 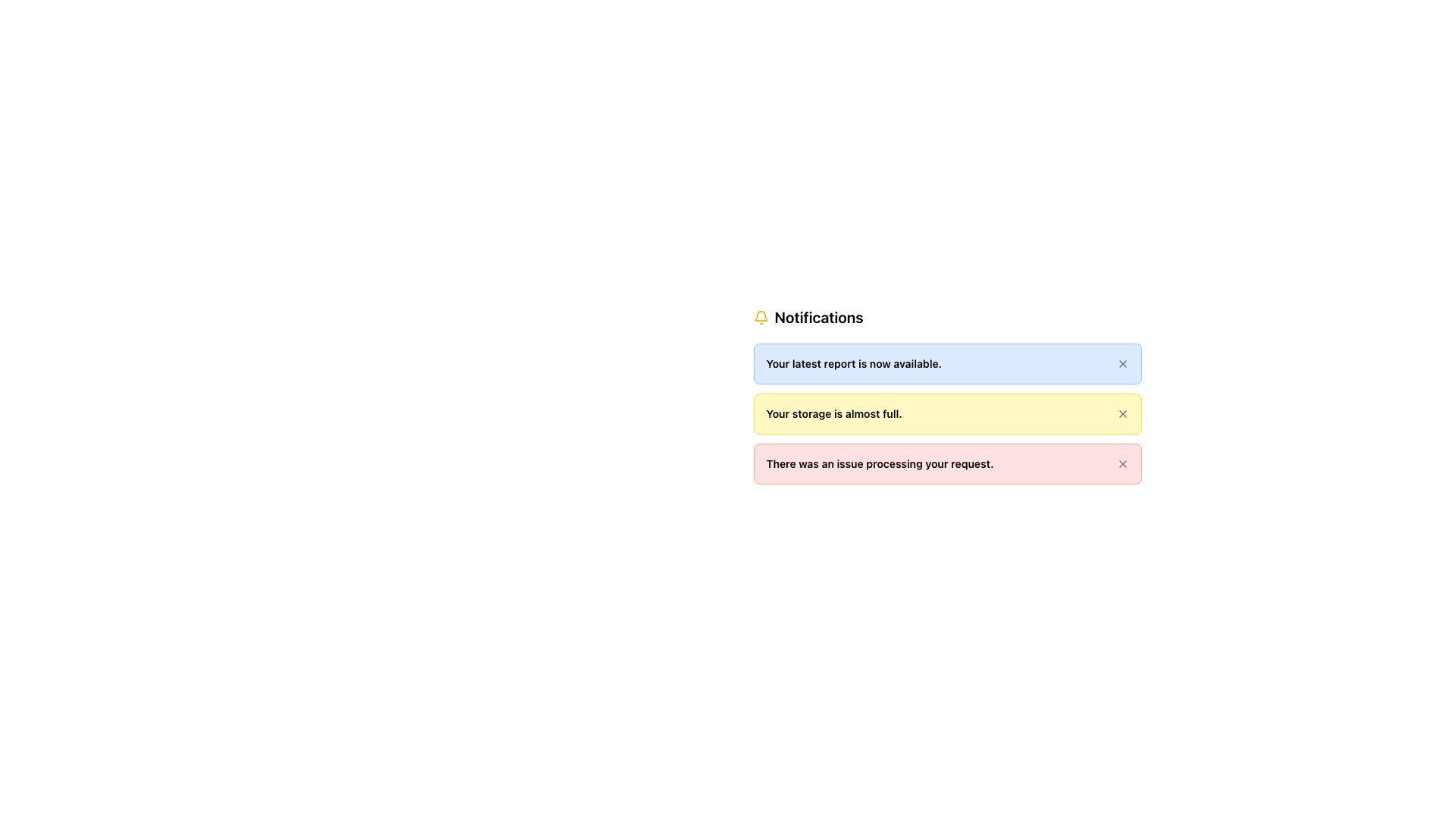 What do you see at coordinates (880, 463) in the screenshot?
I see `the warning or error message text in the third notification card located on the right side of the display inside the notification panel` at bounding box center [880, 463].